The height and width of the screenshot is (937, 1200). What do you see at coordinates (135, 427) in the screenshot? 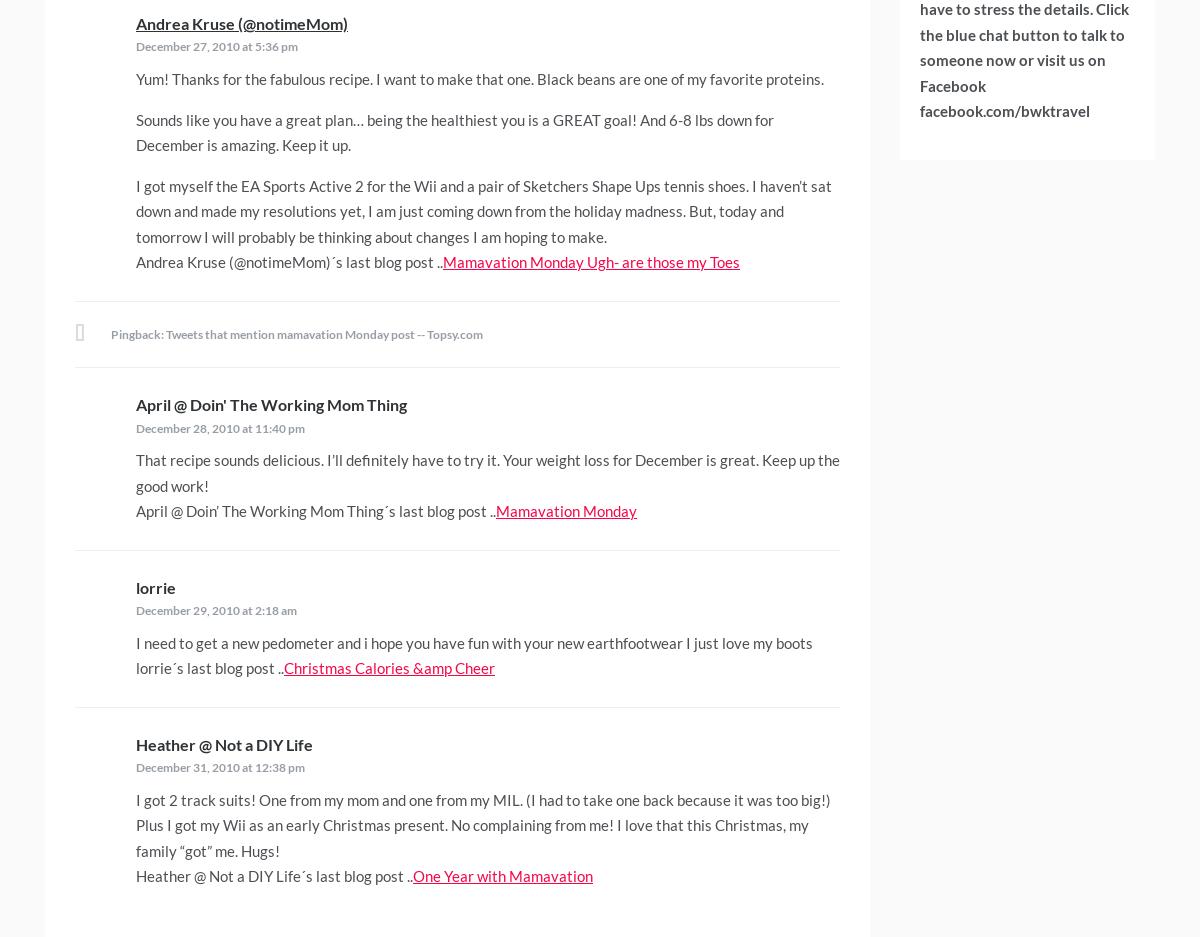
I see `'December 28, 2010 at 11:40 pm'` at bounding box center [135, 427].